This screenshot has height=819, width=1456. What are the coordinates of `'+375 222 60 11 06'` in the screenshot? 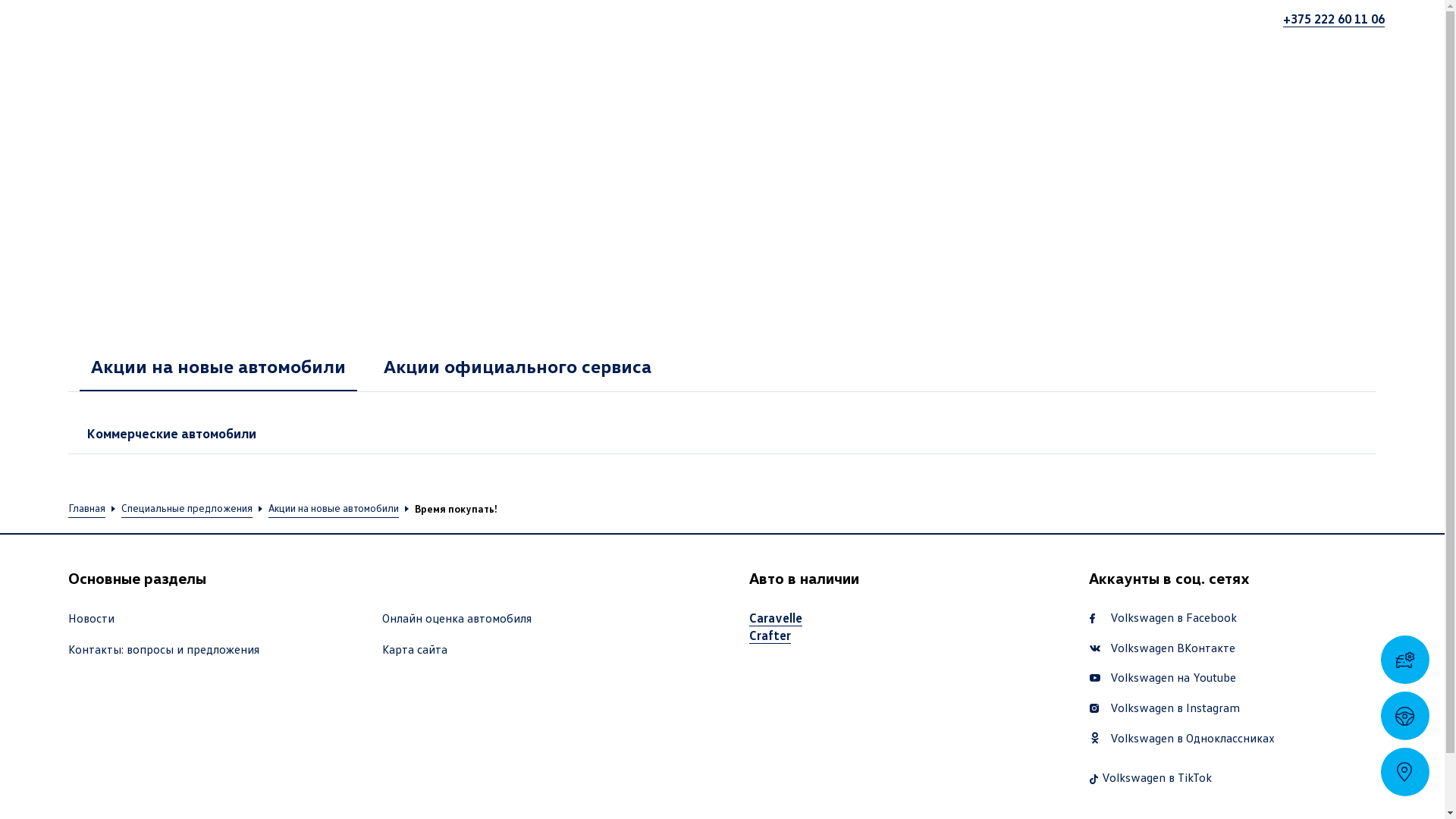 It's located at (1332, 18).